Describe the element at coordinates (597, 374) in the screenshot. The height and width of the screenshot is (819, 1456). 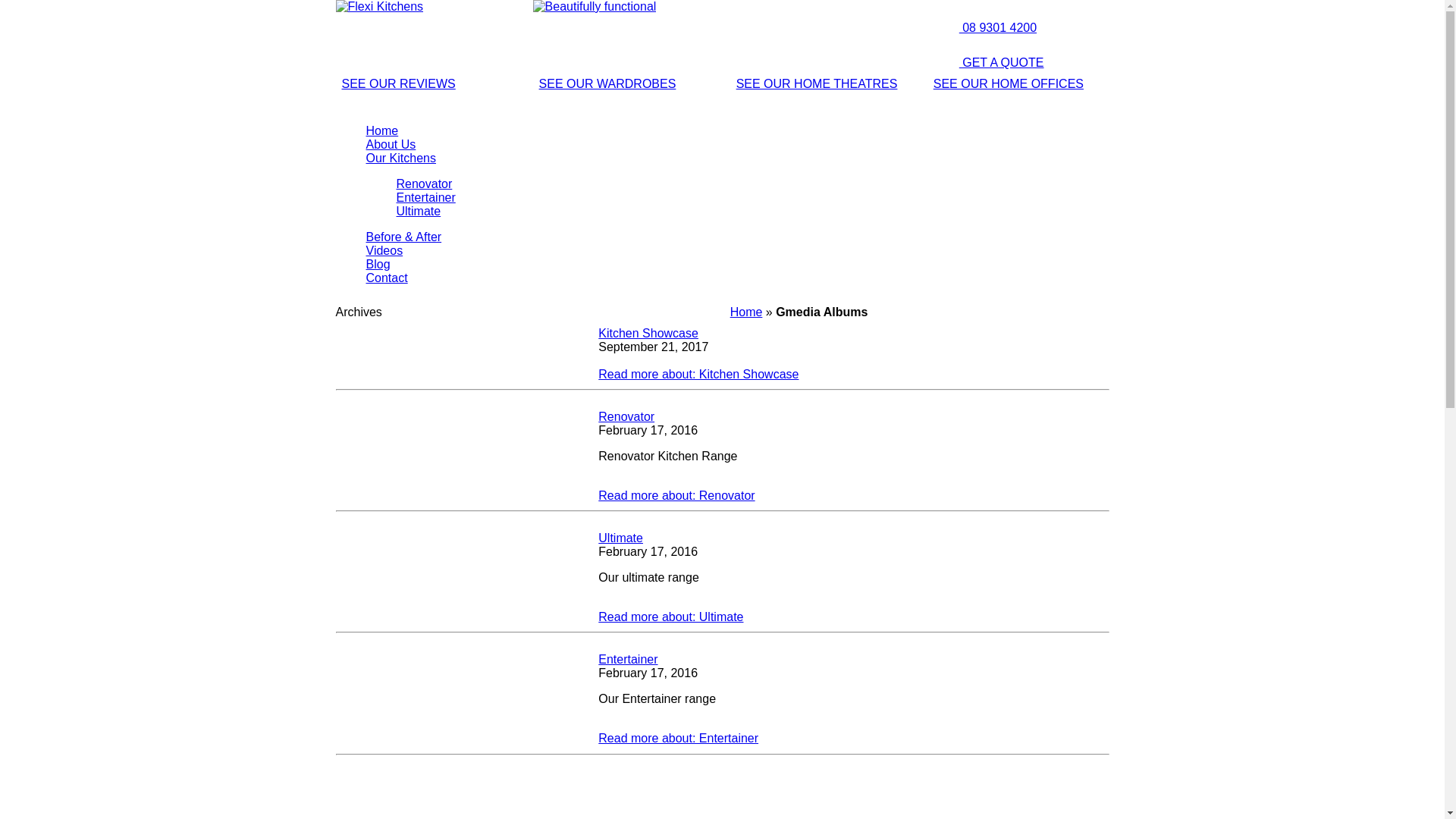
I see `'Read more about: Kitchen Showcase'` at that location.